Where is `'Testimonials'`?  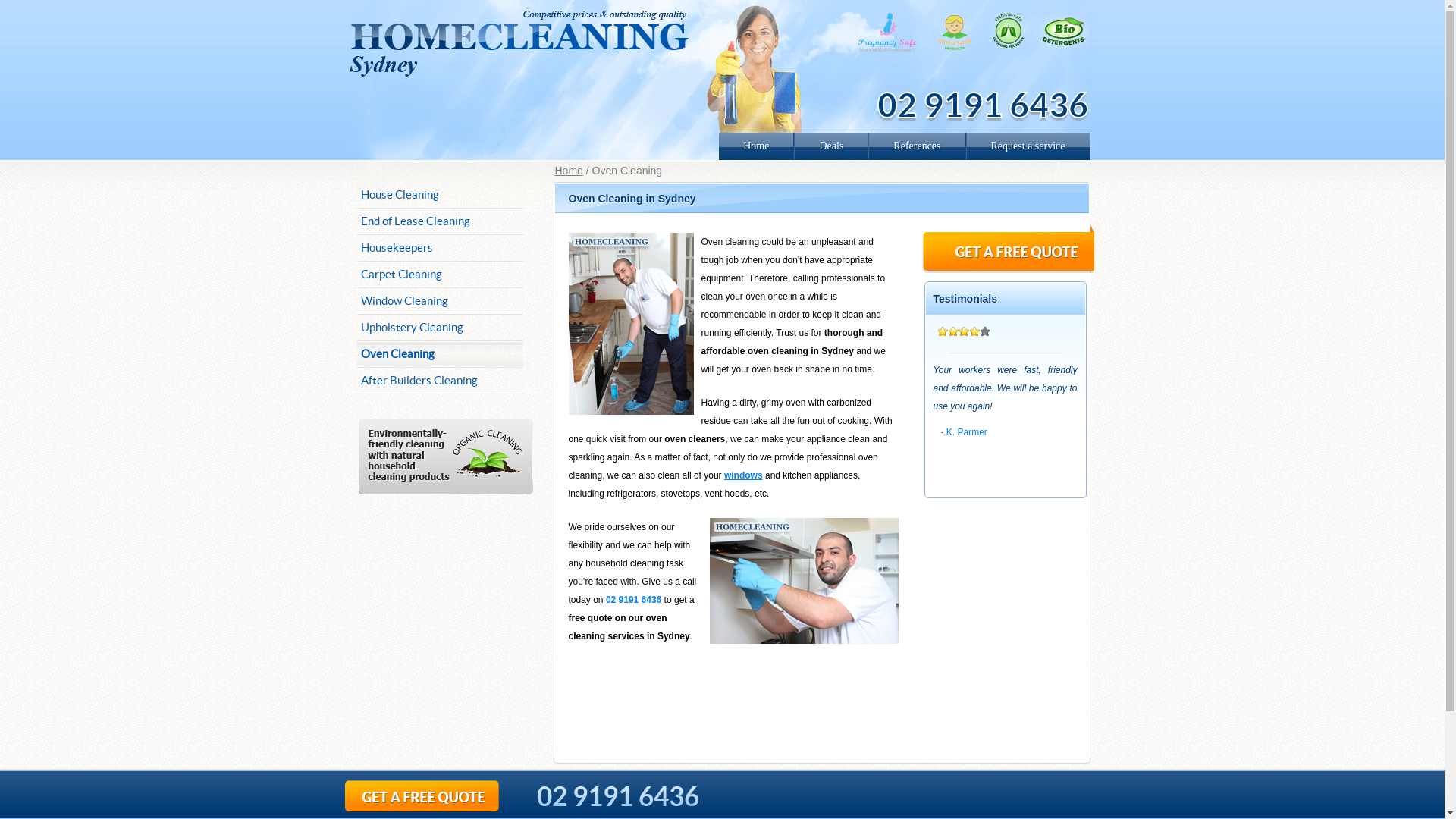 'Testimonials' is located at coordinates (1004, 298).